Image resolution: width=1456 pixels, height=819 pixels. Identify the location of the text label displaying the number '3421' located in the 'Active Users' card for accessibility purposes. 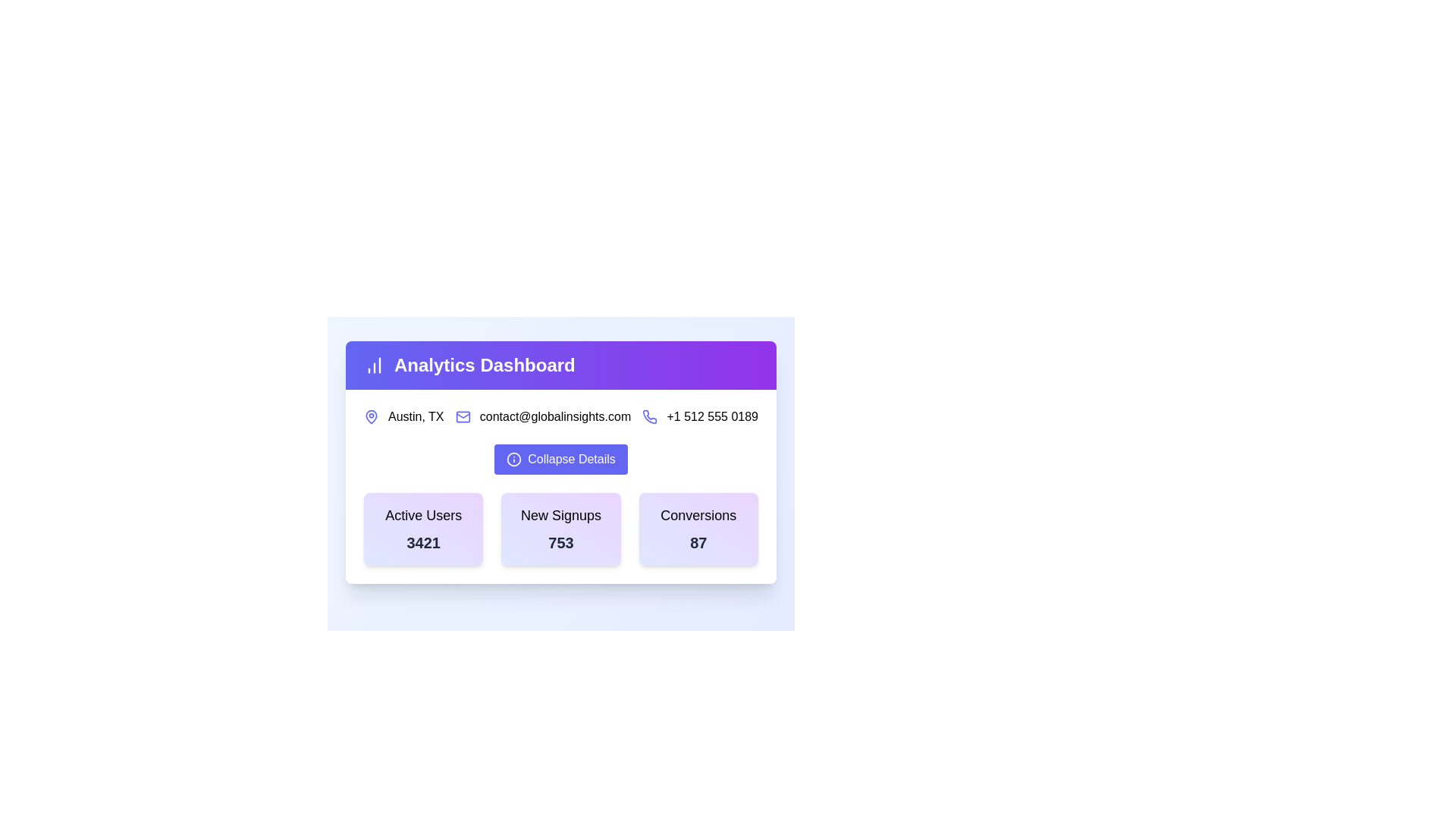
(423, 542).